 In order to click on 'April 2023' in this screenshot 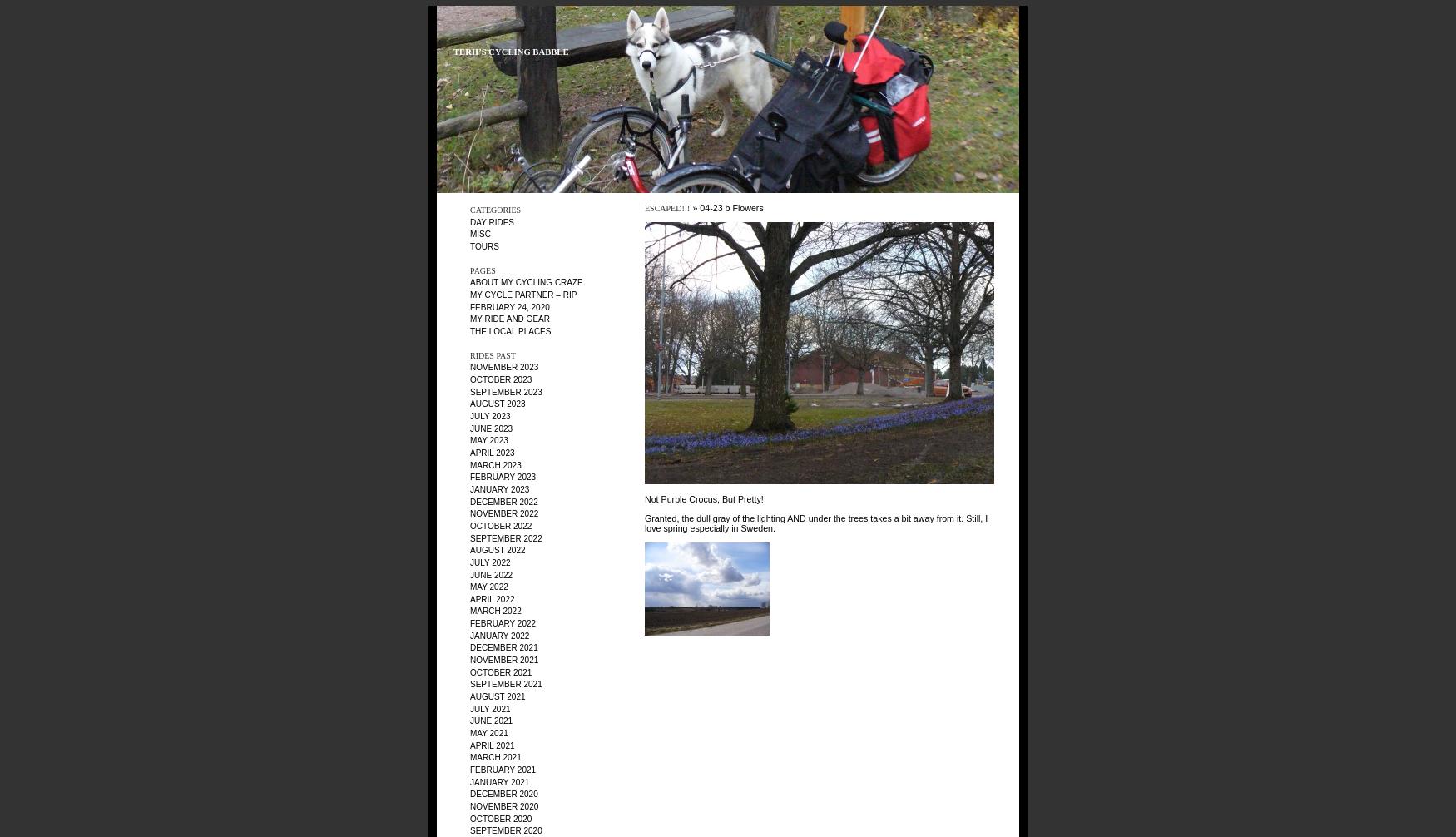, I will do `click(492, 452)`.